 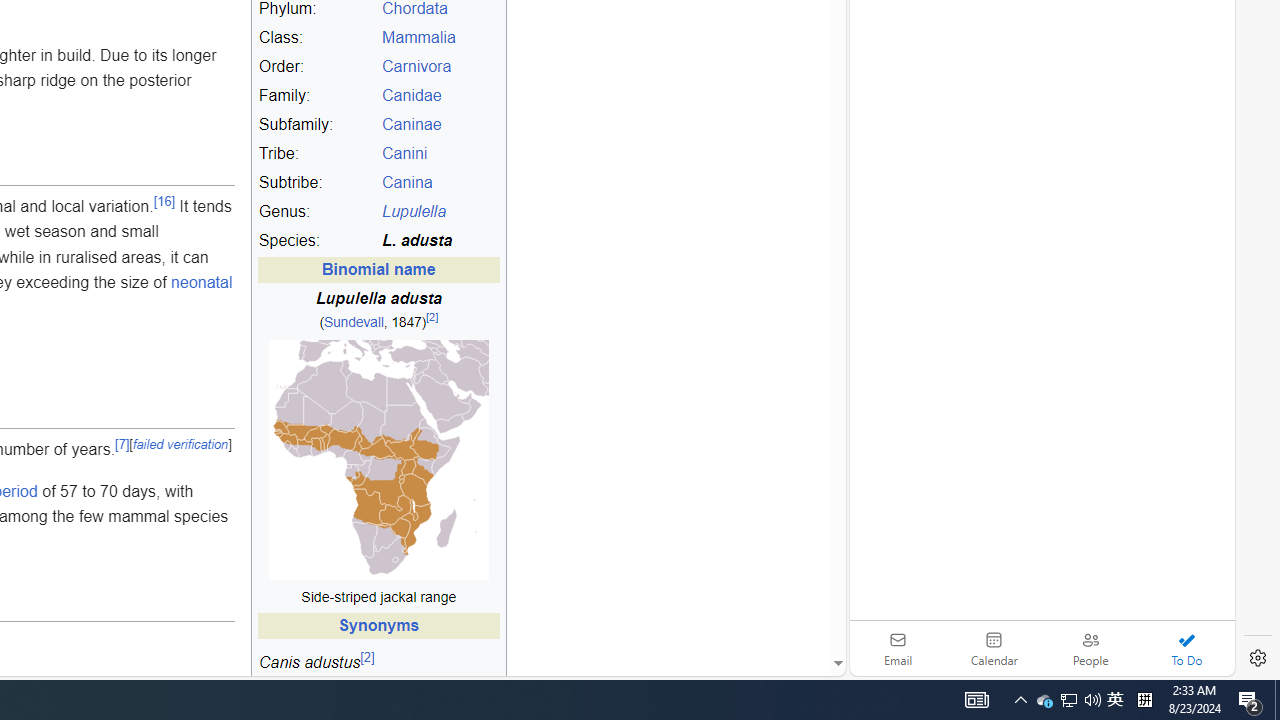 What do you see at coordinates (378, 311) in the screenshot?
I see `'Lupulella adusta (Sundevall, 1847)[2]'` at bounding box center [378, 311].